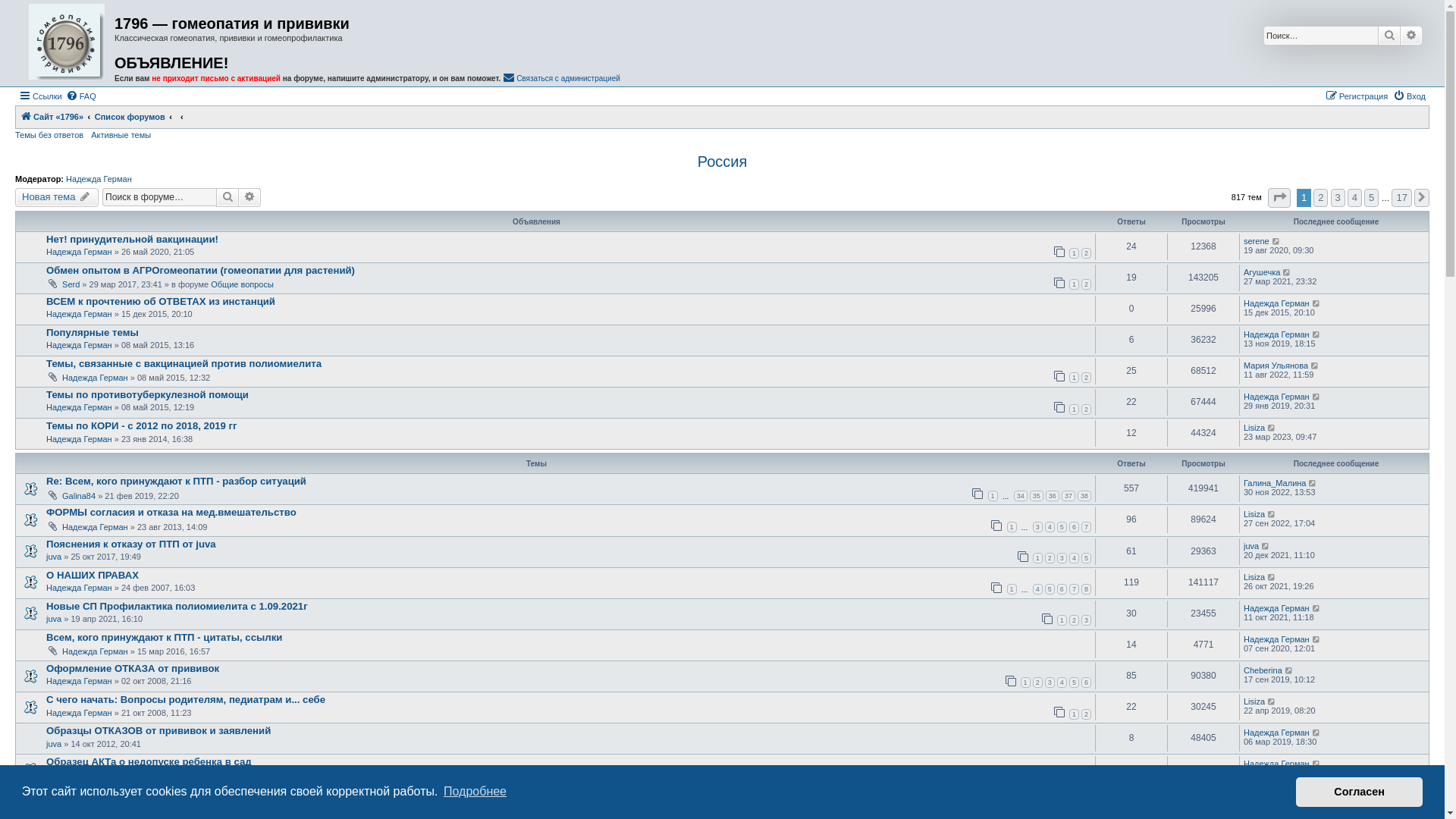  I want to click on '3', so click(1061, 558).